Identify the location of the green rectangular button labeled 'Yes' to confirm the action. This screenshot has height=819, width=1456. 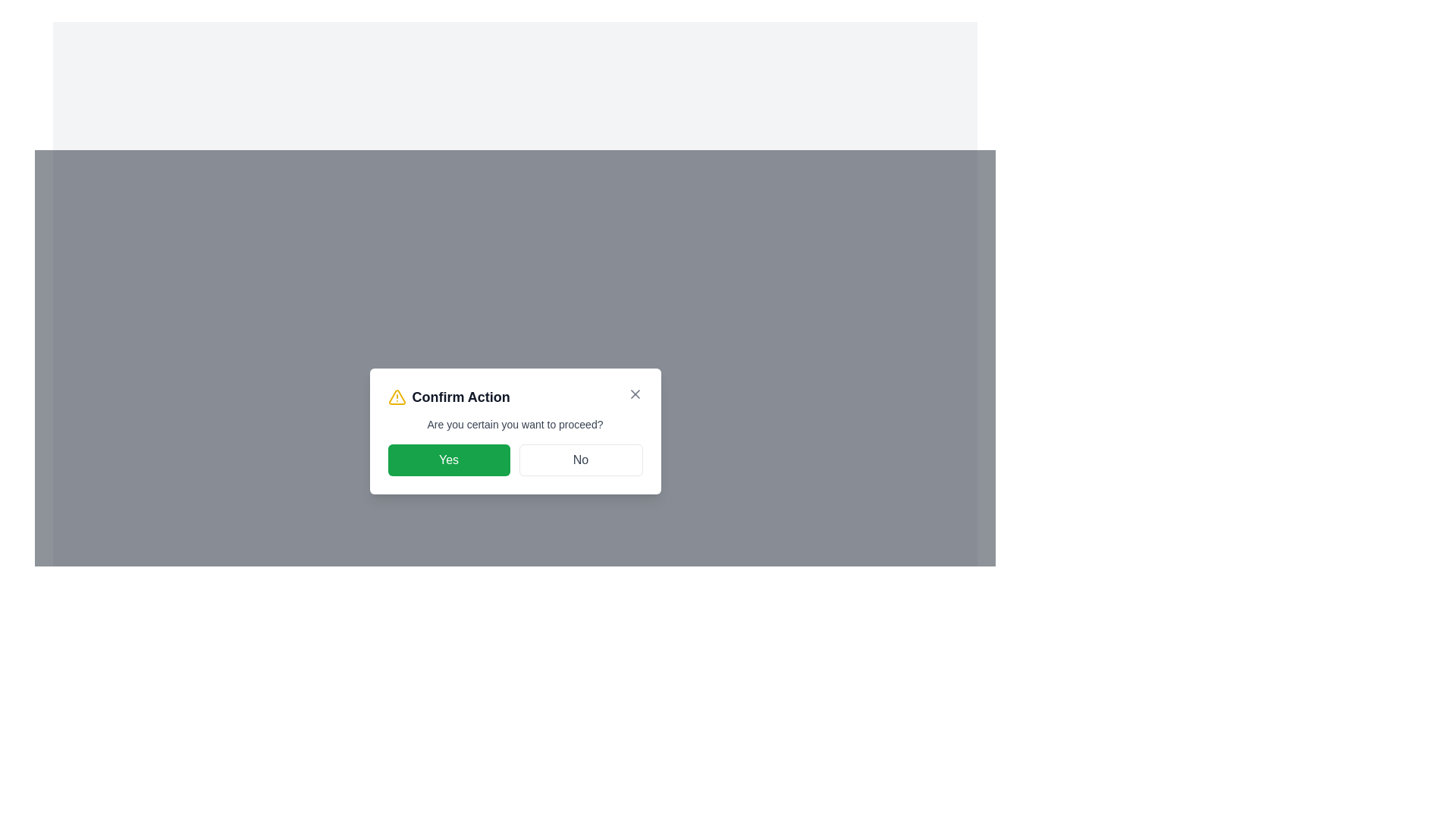
(447, 459).